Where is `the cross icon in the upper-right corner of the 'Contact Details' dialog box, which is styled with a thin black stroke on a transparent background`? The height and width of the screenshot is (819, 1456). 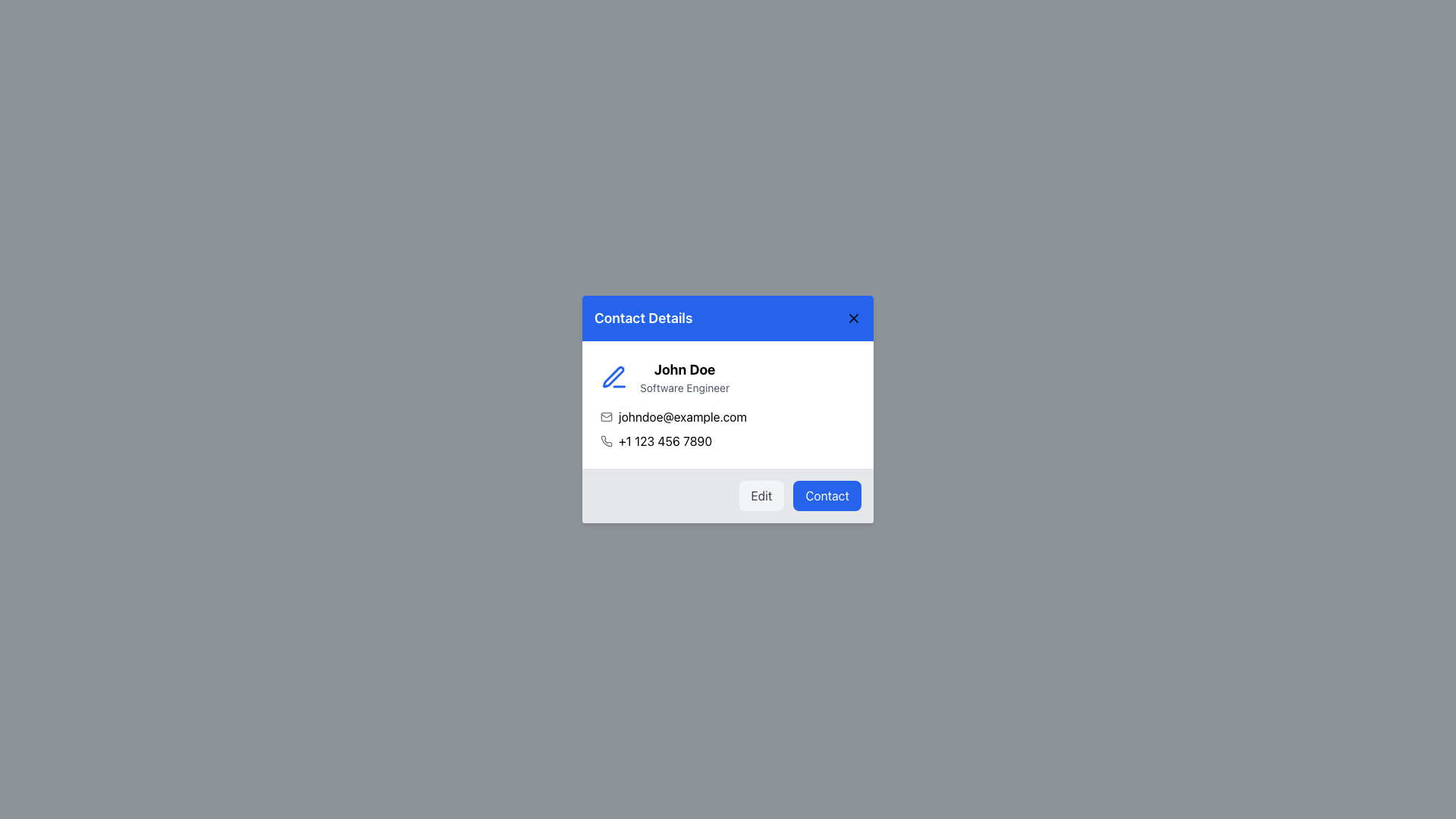 the cross icon in the upper-right corner of the 'Contact Details' dialog box, which is styled with a thin black stroke on a transparent background is located at coordinates (854, 318).